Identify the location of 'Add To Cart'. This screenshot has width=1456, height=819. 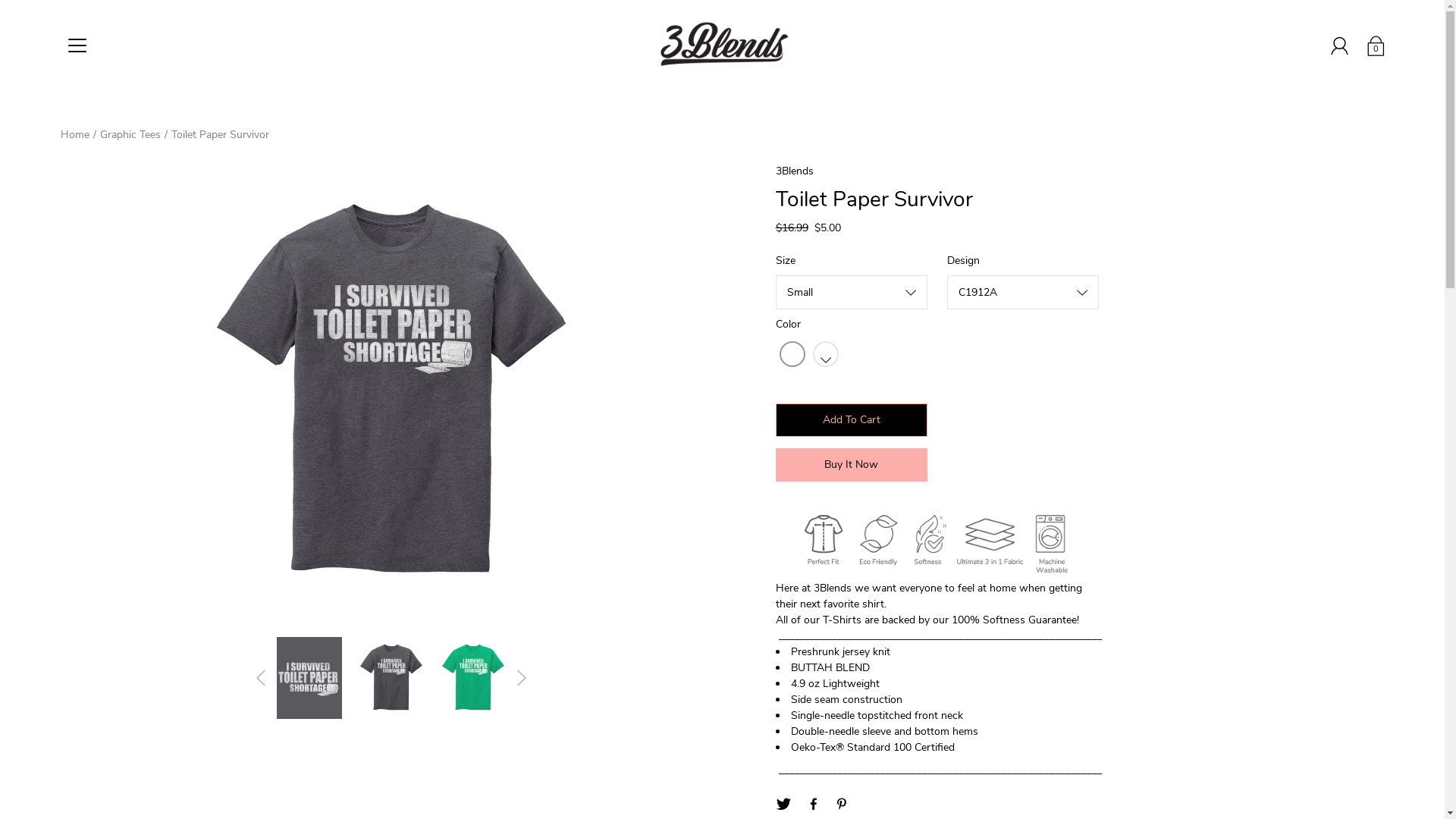
(851, 420).